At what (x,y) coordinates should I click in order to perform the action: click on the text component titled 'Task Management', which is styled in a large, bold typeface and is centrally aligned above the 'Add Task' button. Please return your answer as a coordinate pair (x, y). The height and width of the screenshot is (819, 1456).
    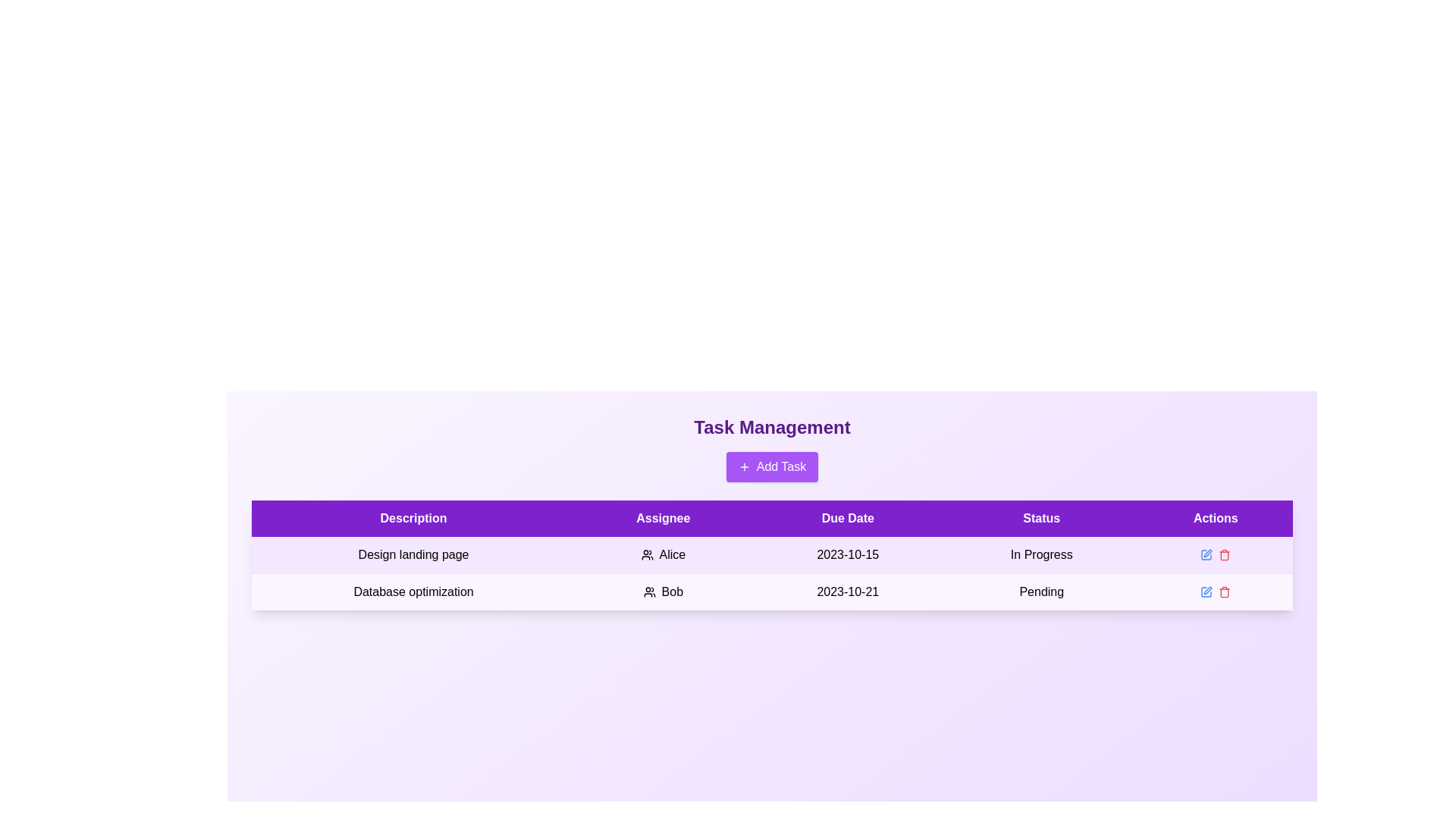
    Looking at the image, I should click on (772, 427).